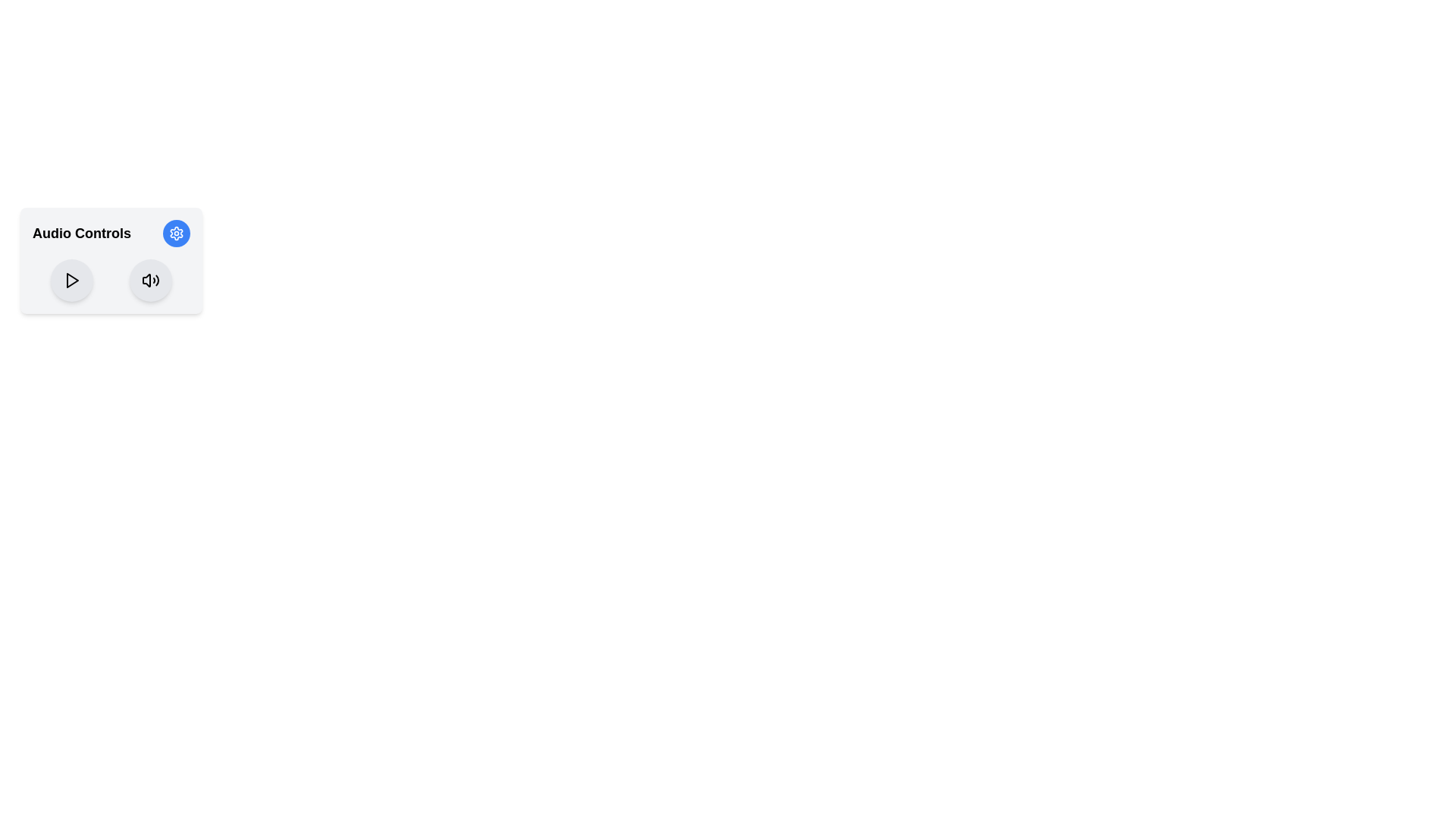 Image resolution: width=1456 pixels, height=819 pixels. Describe the element at coordinates (177, 234) in the screenshot. I see `the settings button located in the upper-right corner of the 'Audio Controls' section` at that location.